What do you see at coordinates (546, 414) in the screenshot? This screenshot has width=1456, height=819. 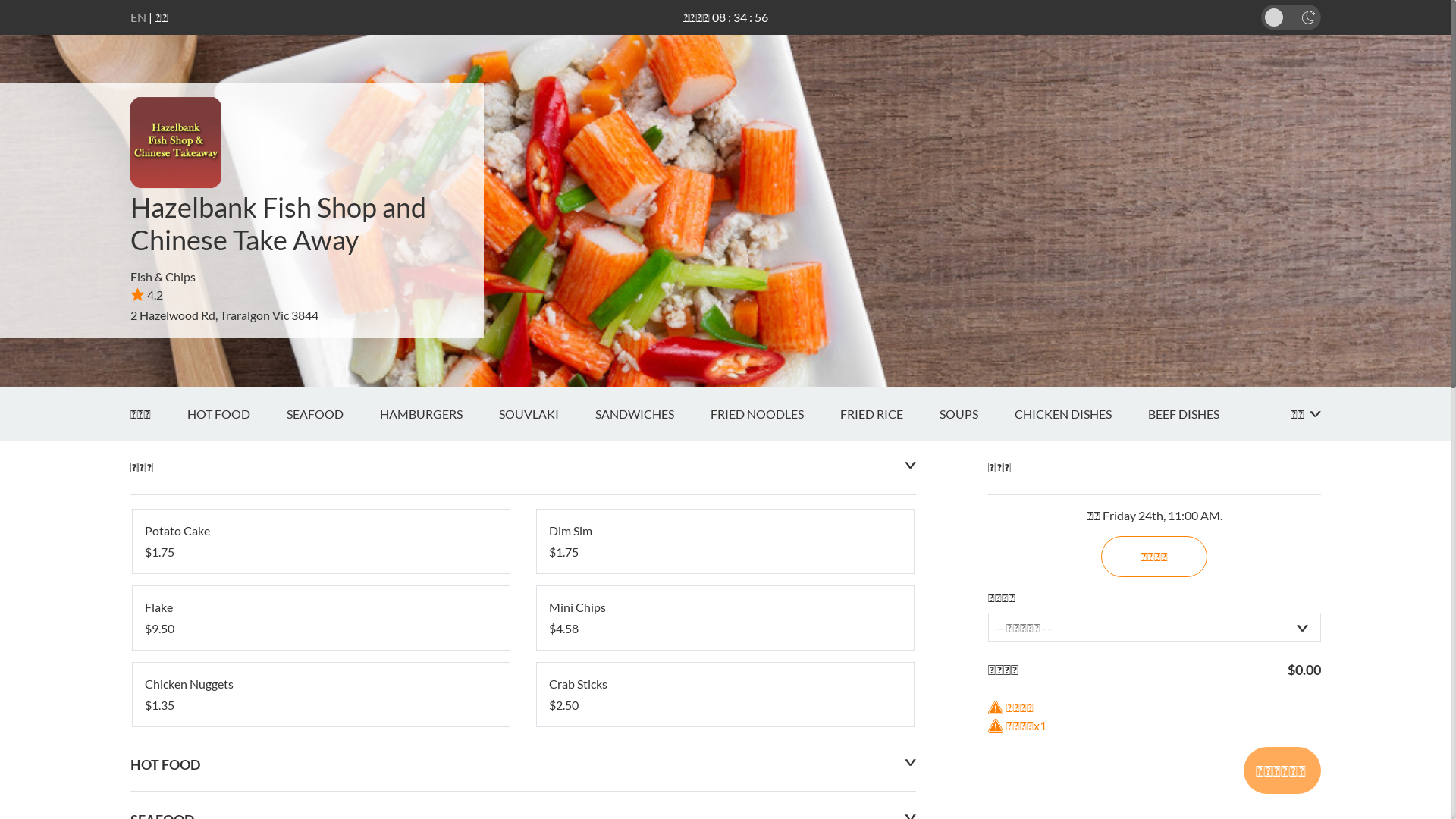 I see `'SOUVLAKI'` at bounding box center [546, 414].